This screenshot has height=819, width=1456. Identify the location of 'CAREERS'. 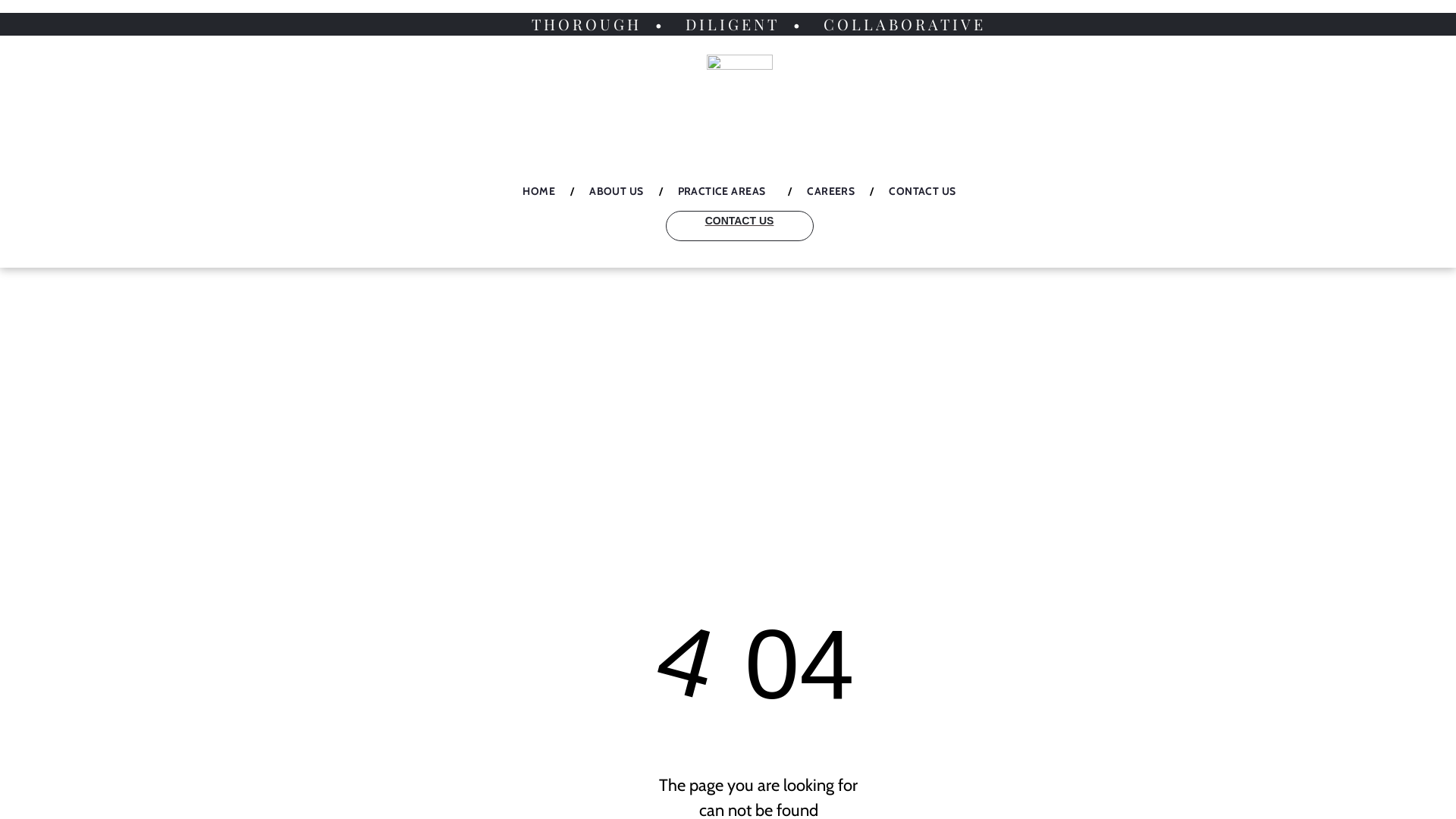
(790, 190).